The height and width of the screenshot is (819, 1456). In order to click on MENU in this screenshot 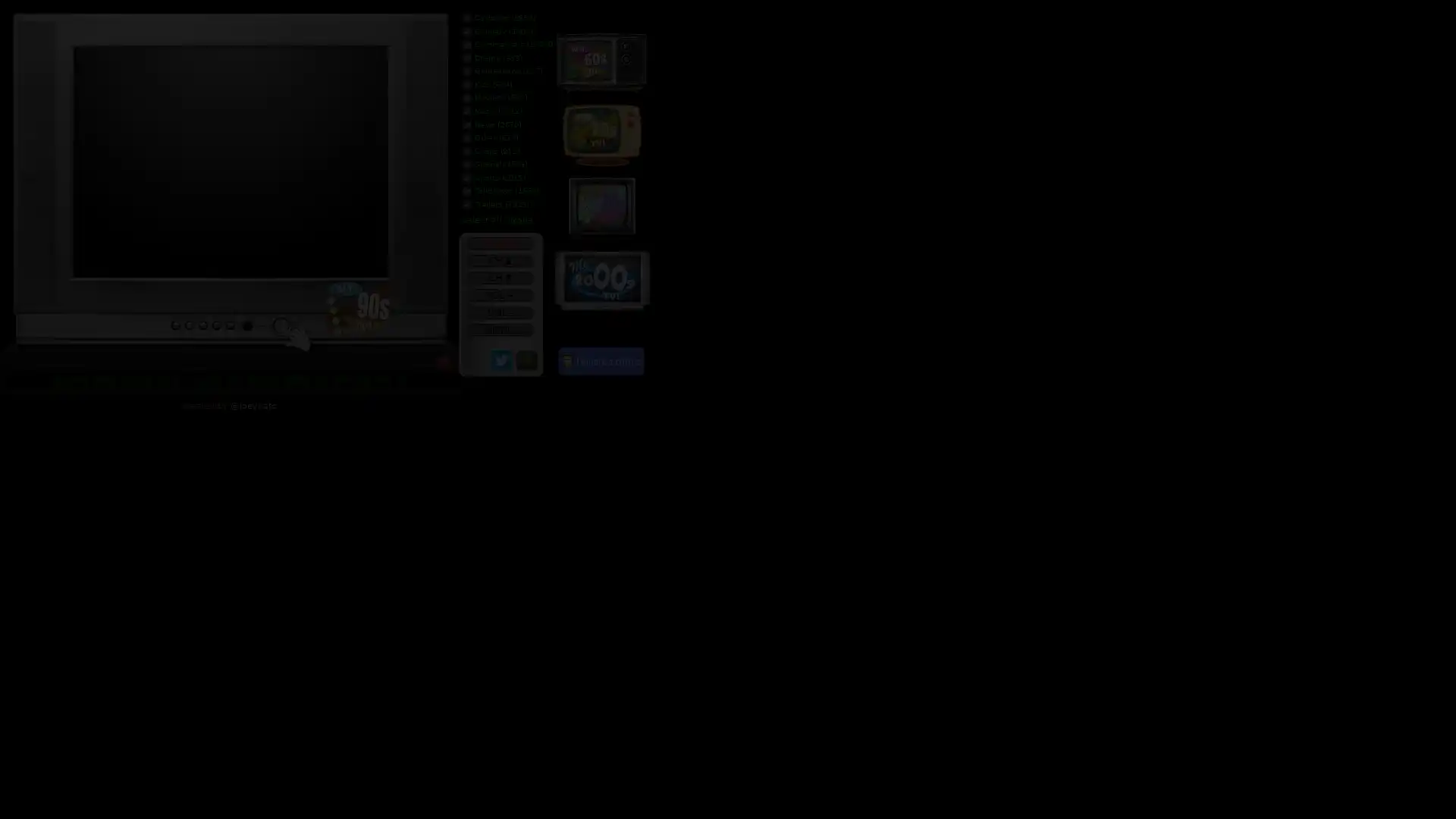, I will do `click(499, 329)`.